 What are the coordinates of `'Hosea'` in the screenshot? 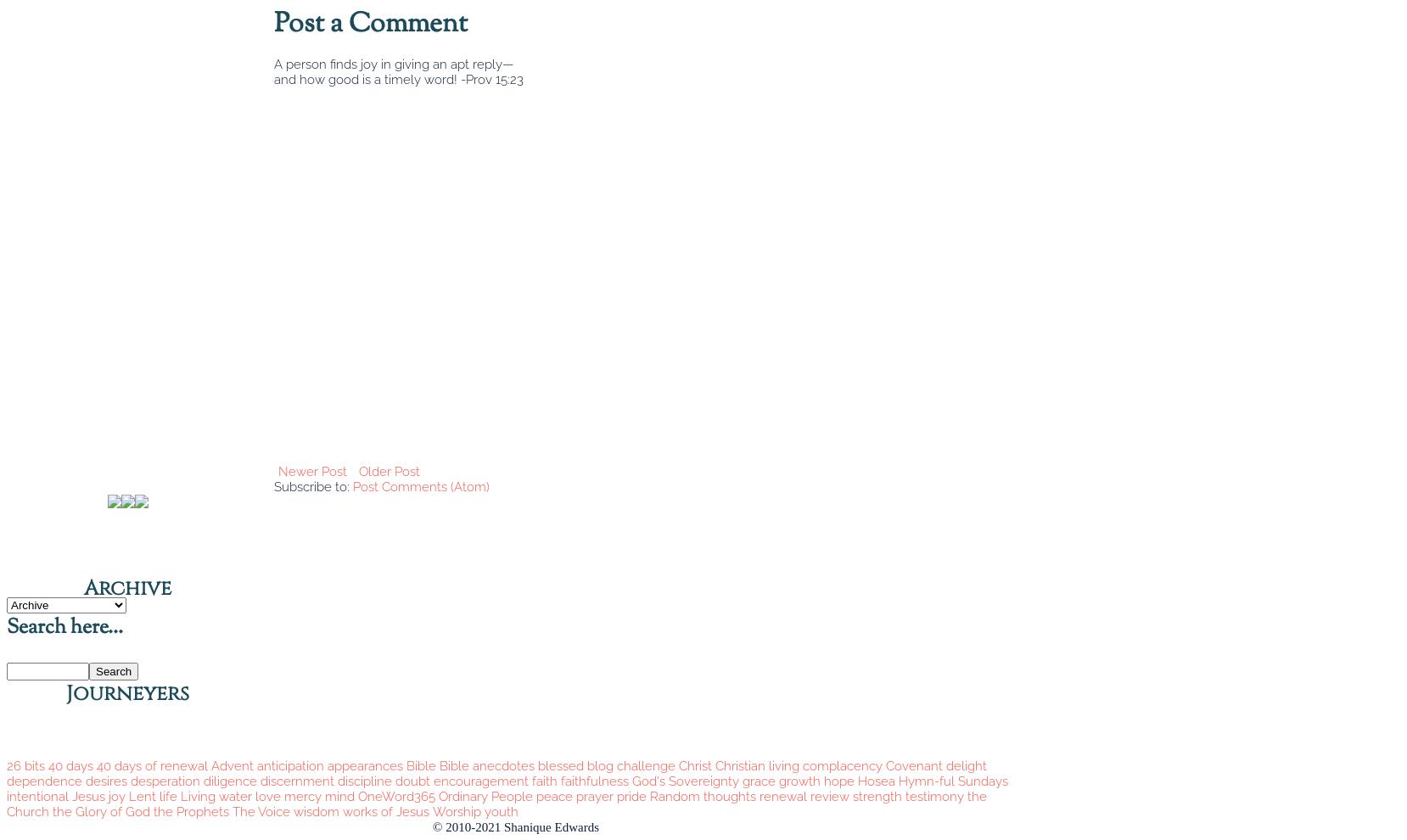 It's located at (876, 780).